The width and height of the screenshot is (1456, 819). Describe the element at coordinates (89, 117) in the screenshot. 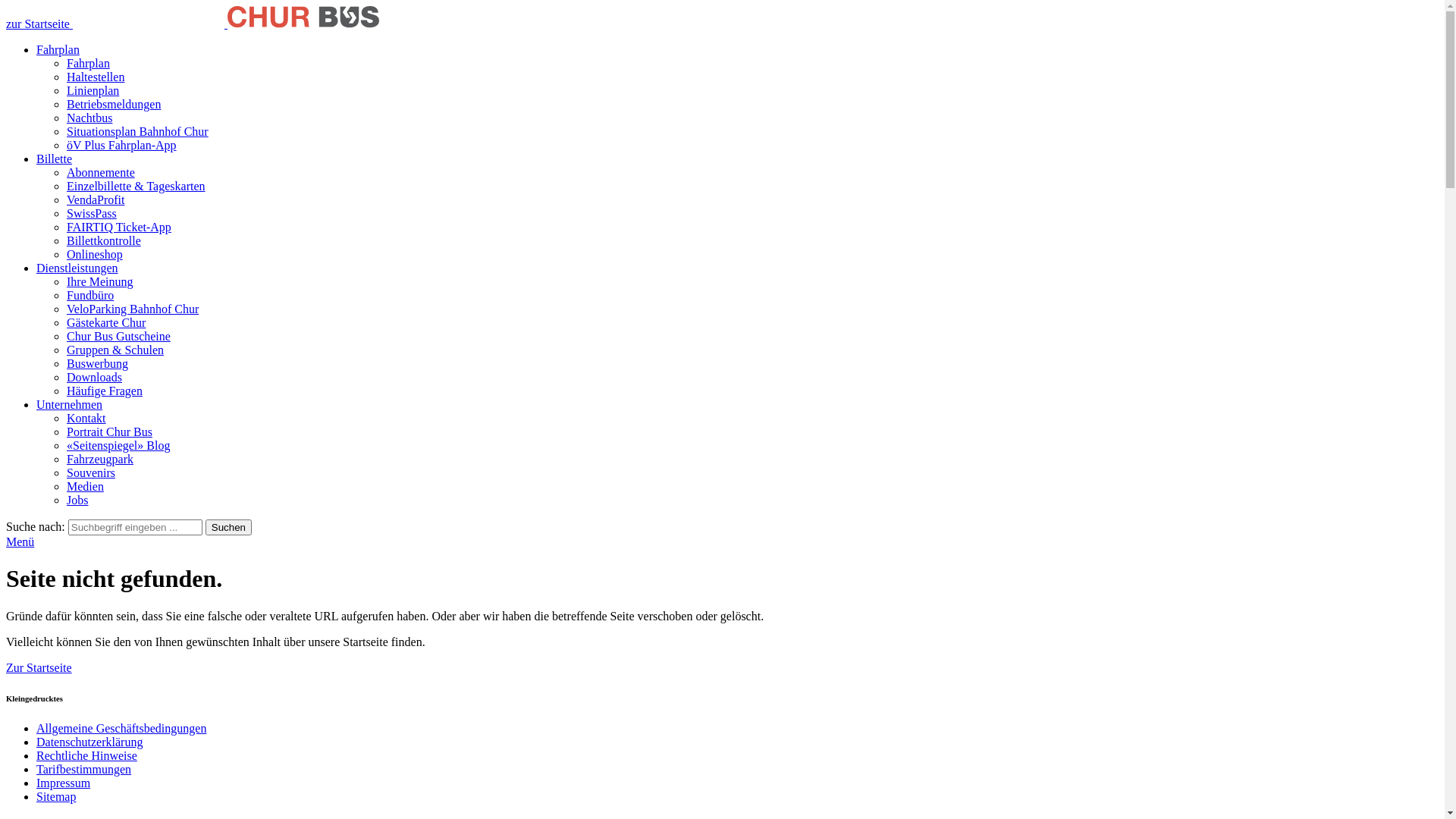

I see `'Nachtbus'` at that location.